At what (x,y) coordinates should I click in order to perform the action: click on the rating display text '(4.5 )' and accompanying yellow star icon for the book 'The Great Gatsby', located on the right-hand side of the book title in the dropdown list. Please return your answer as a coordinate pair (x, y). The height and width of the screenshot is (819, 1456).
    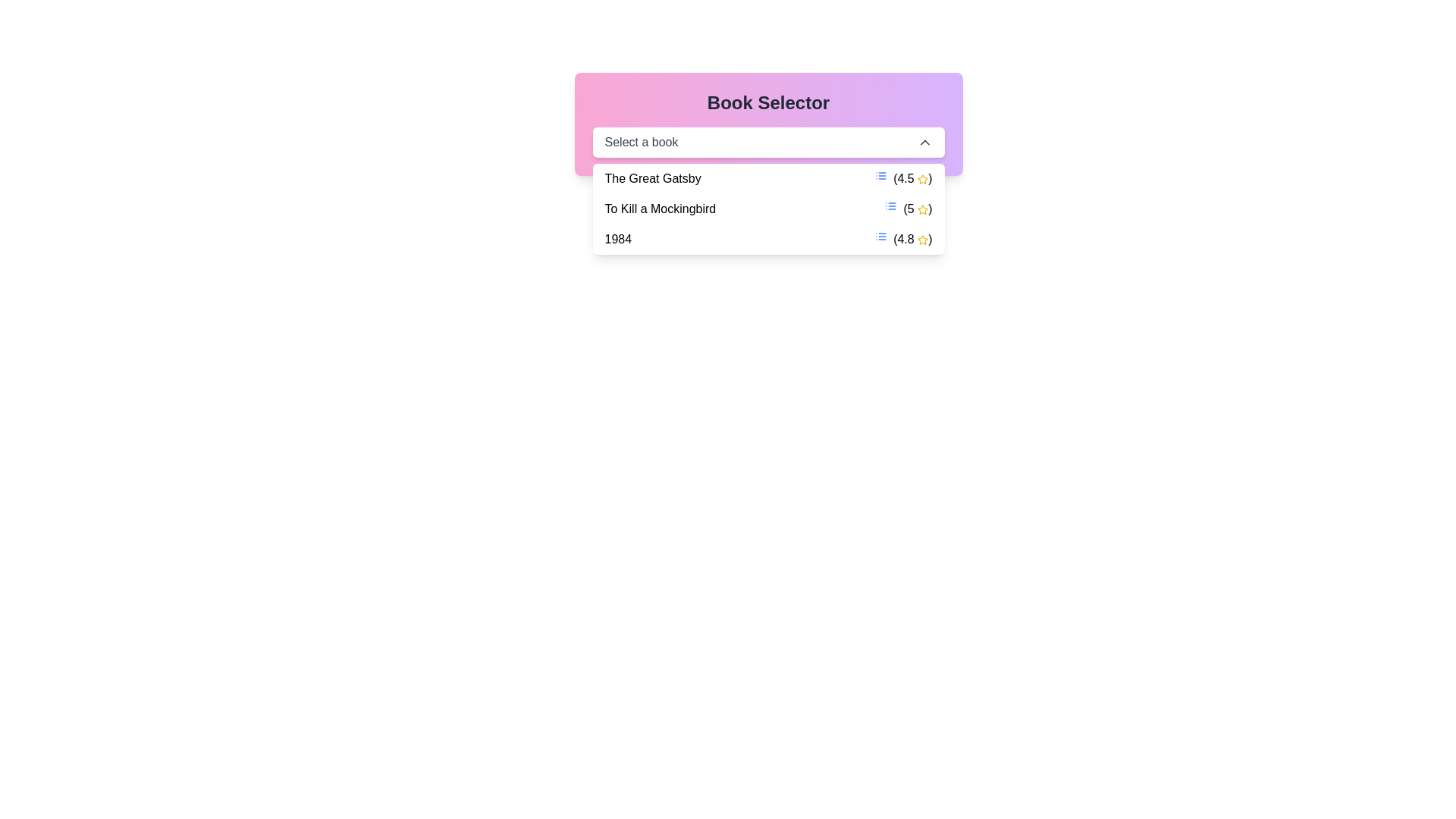
    Looking at the image, I should click on (902, 177).